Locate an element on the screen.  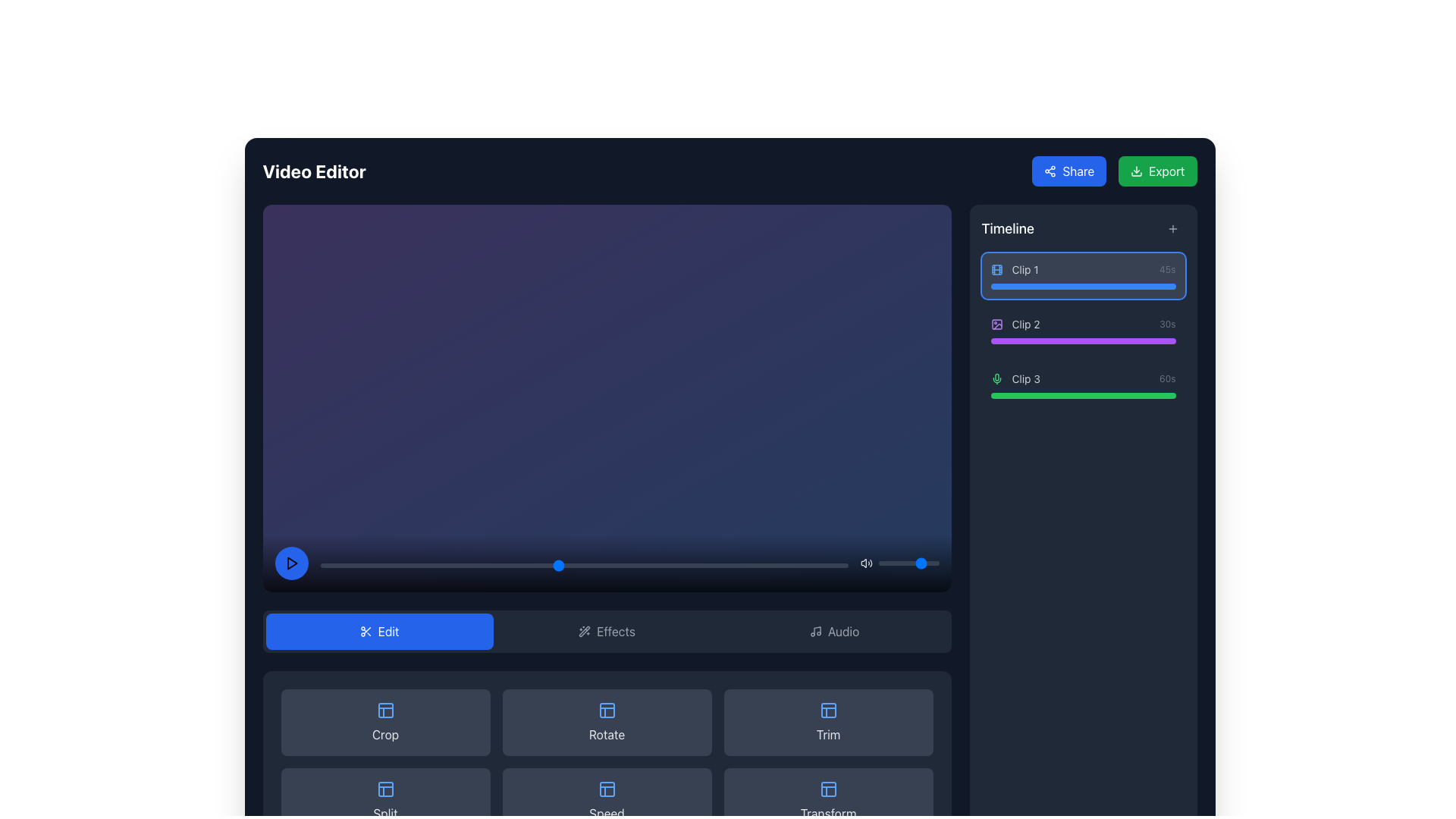
the slider value is located at coordinates (893, 563).